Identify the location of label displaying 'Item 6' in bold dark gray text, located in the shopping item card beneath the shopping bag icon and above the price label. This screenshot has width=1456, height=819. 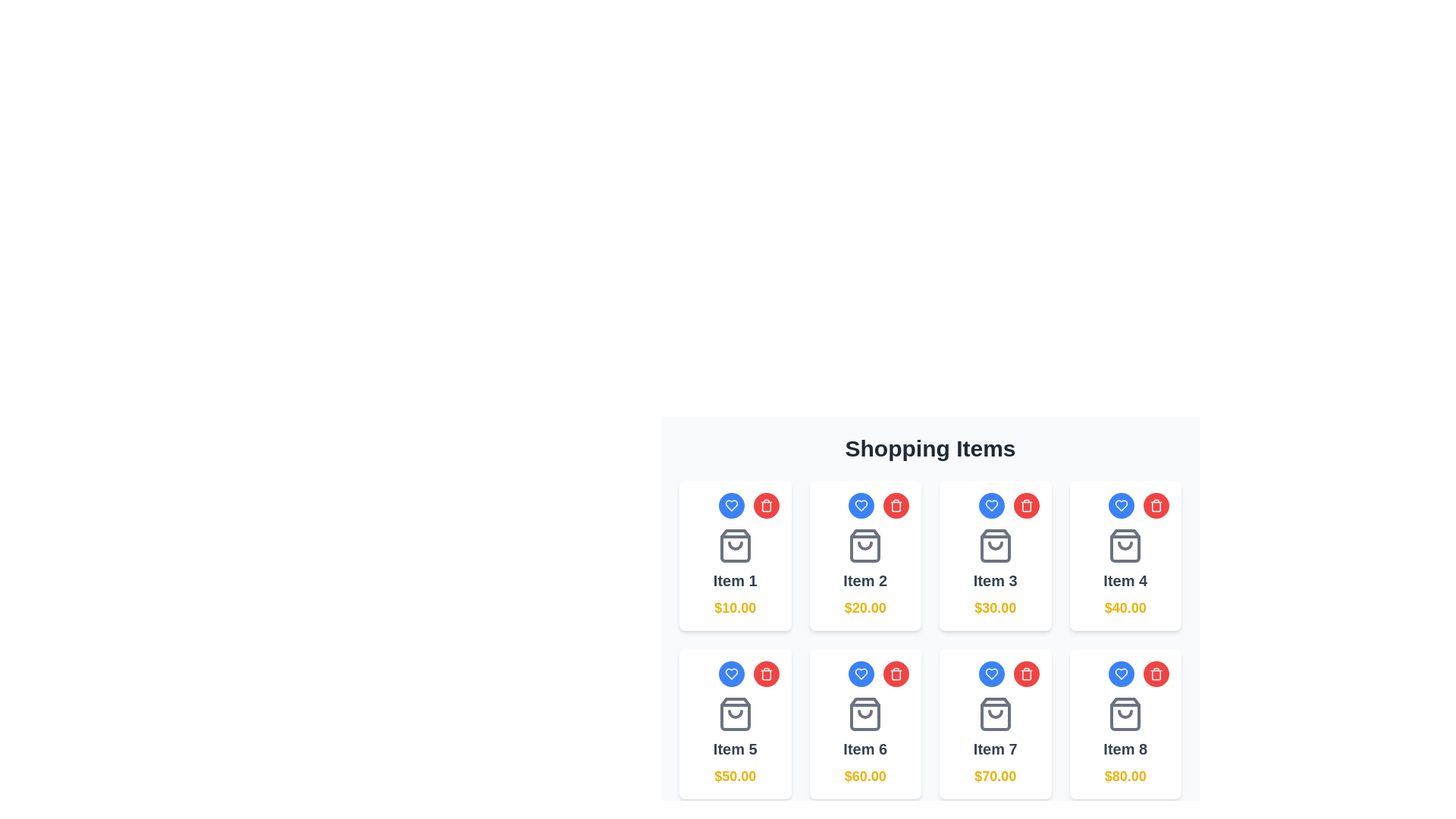
(865, 748).